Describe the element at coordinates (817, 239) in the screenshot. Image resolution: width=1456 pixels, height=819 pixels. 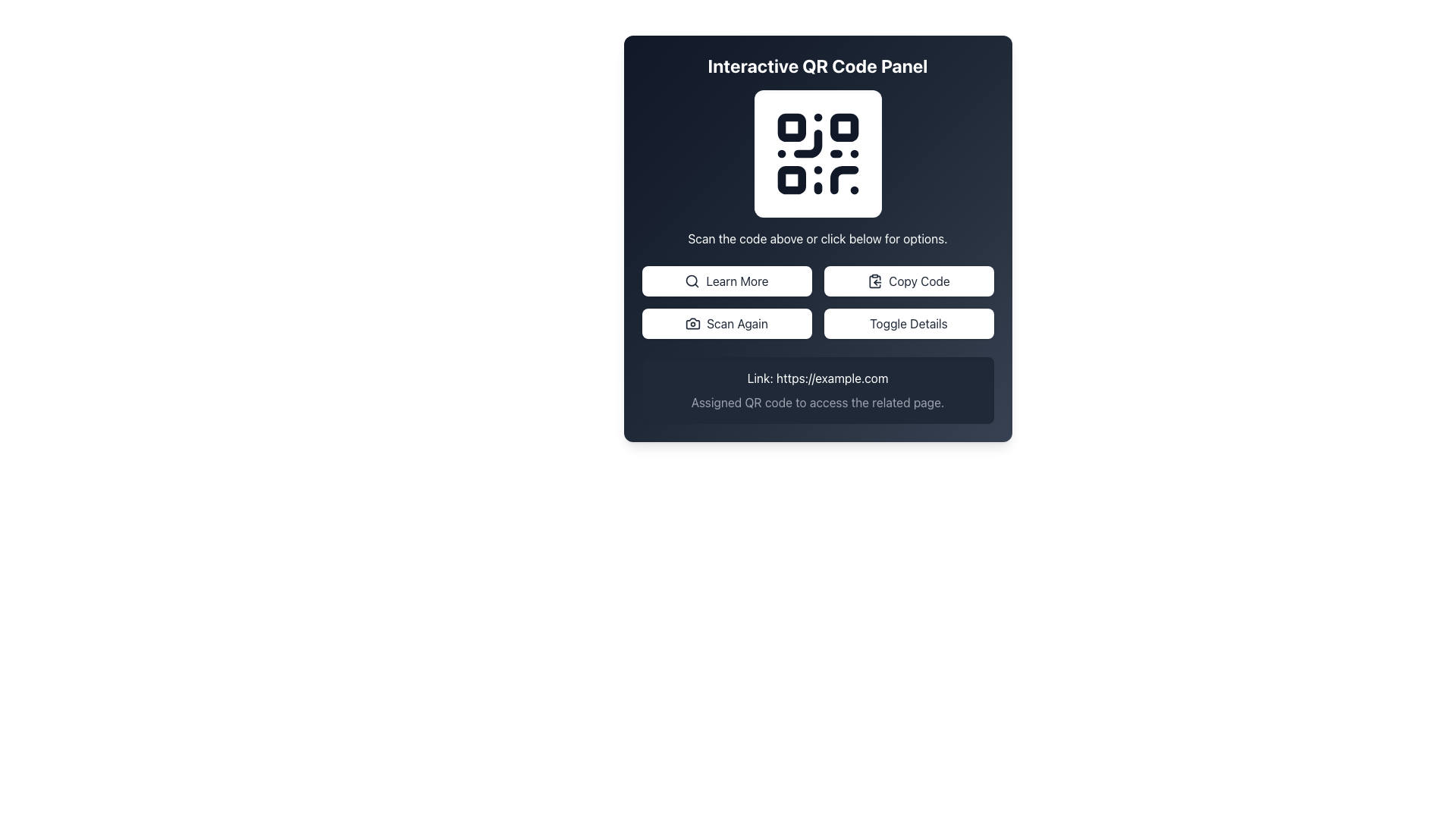
I see `the static text label that reads 'Scan the code above or click below for options.', which is positioned below the QR code and above the row of buttons` at that location.